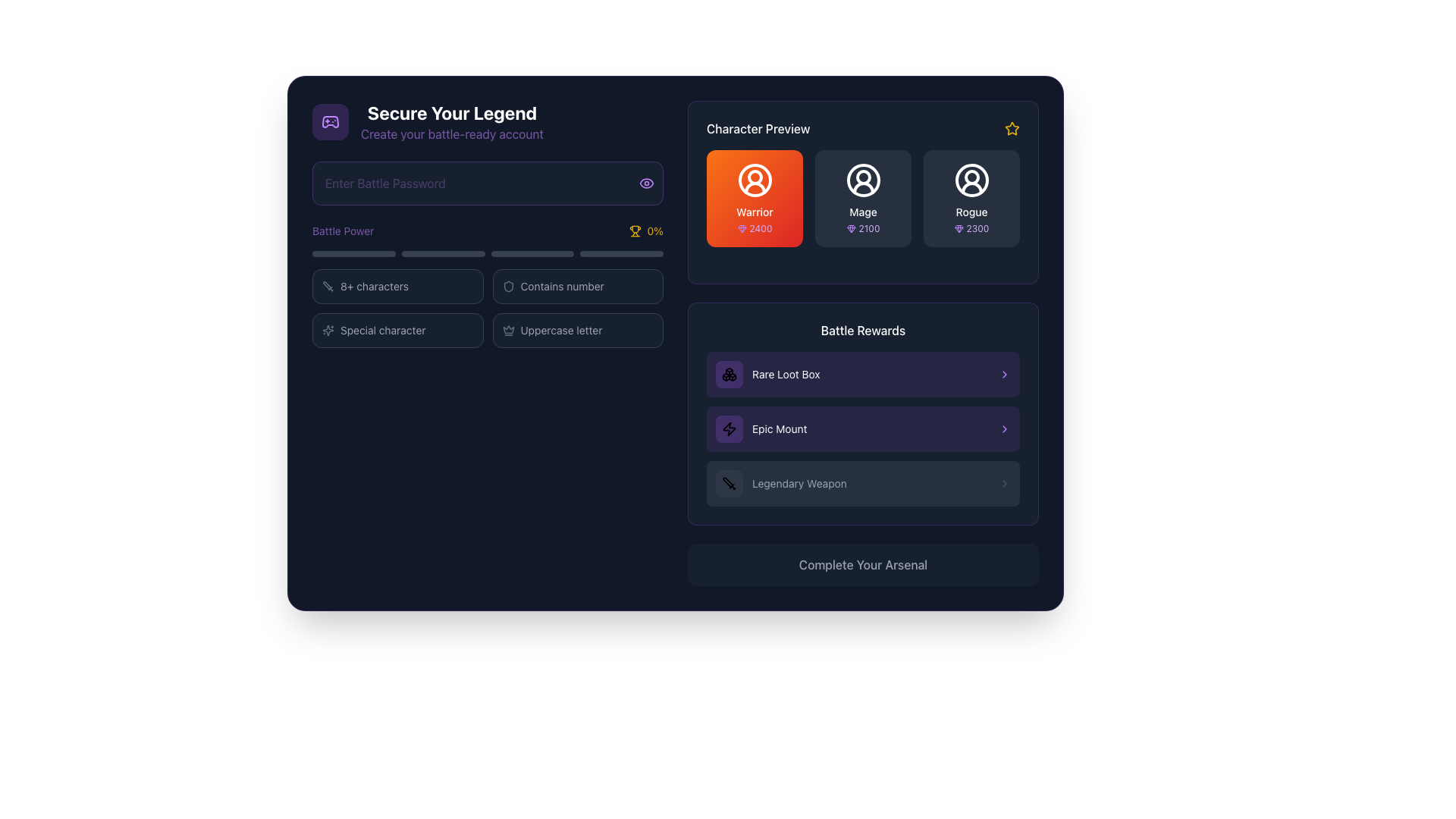 This screenshot has width=1456, height=819. I want to click on information displayed in the 'Warrior' text label, which is centrally aligned in a gradient background and located within the 'Character Preview' section, below the user avatar icon, so click(755, 212).